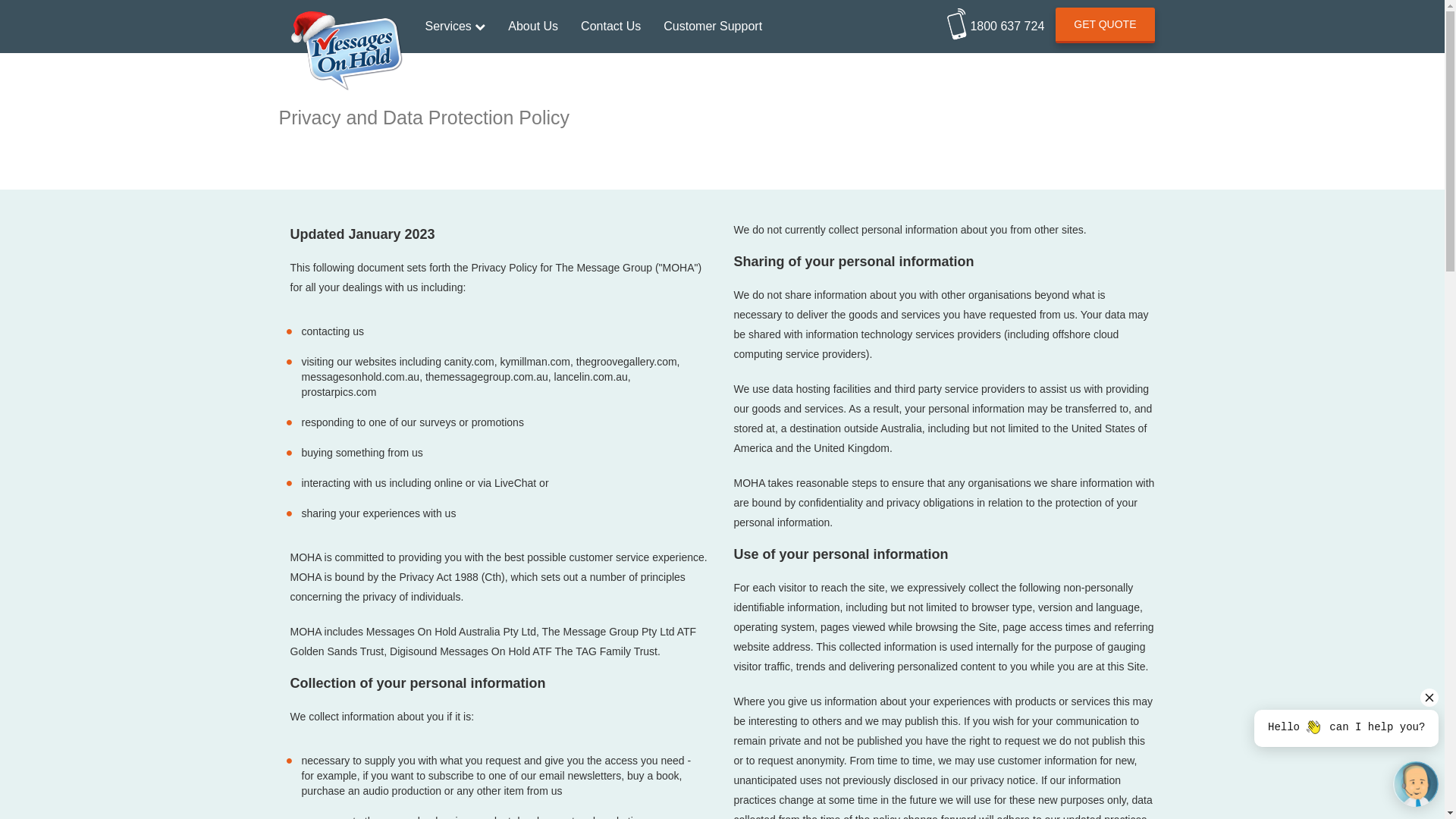 The image size is (1456, 819). What do you see at coordinates (1105, 25) in the screenshot?
I see `'GET QUOTE'` at bounding box center [1105, 25].